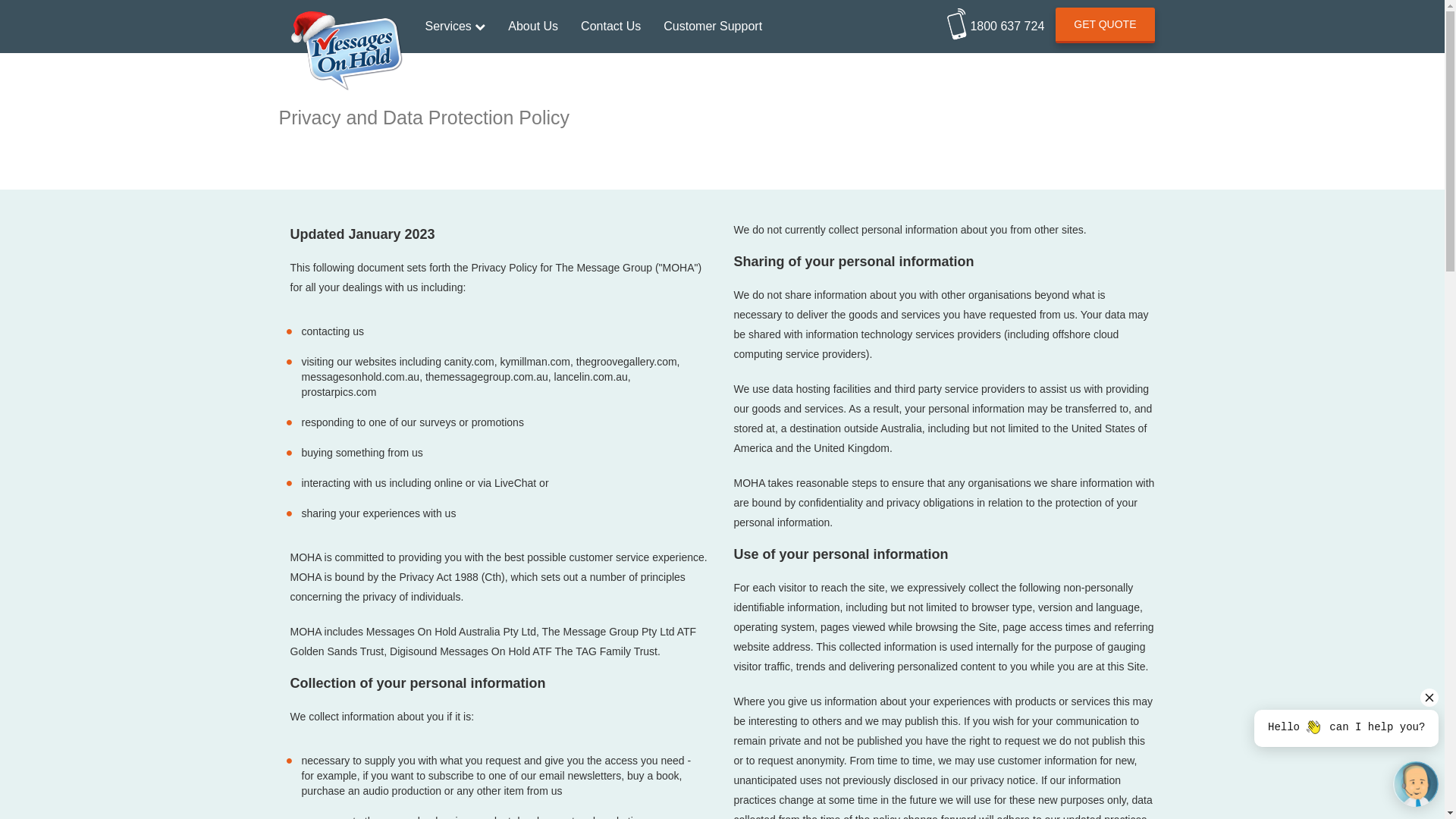 The image size is (1456, 819). What do you see at coordinates (1105, 25) in the screenshot?
I see `'GET QUOTE'` at bounding box center [1105, 25].